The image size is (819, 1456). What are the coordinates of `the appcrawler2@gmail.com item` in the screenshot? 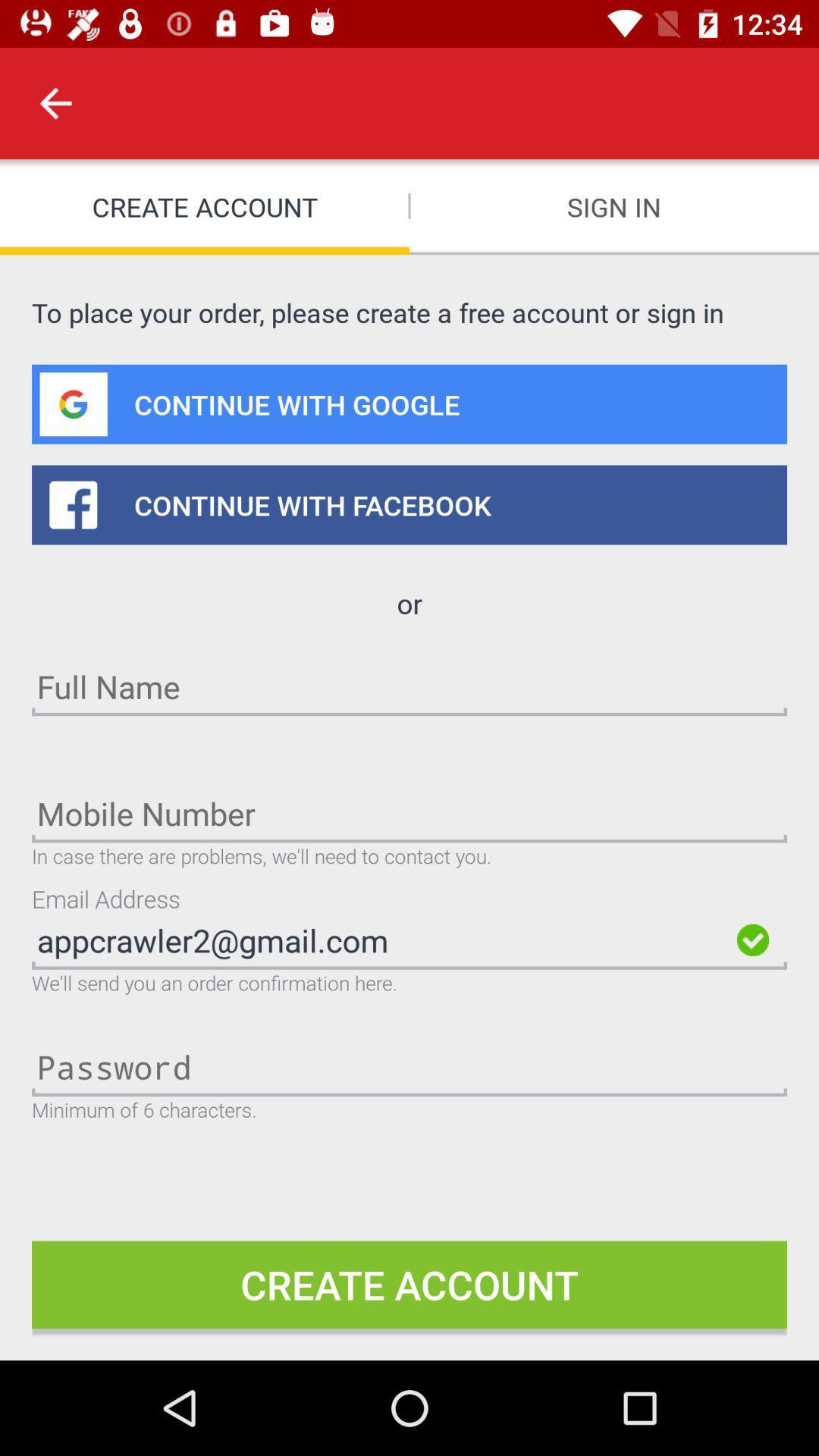 It's located at (379, 939).